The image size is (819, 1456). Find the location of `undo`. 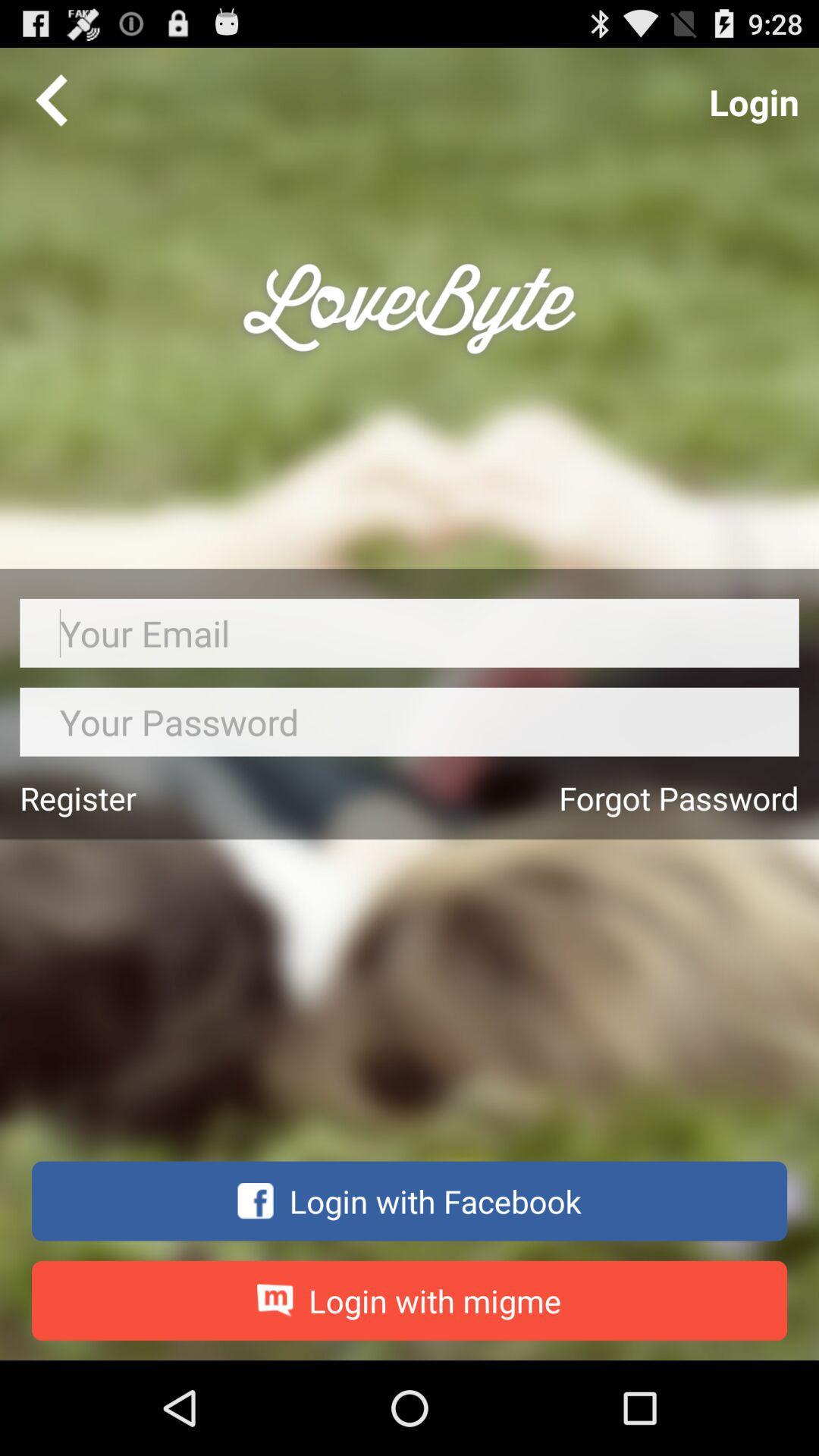

undo is located at coordinates (51, 99).